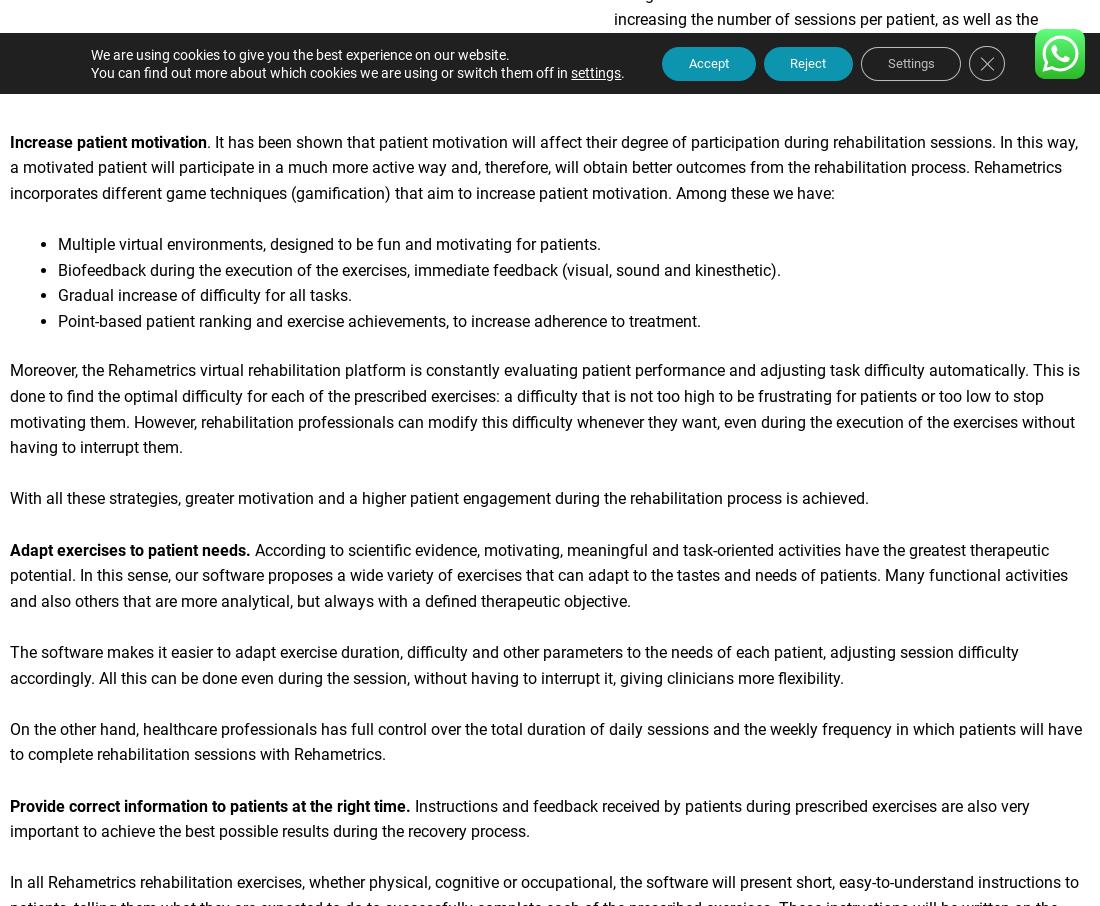 This screenshot has width=1100, height=906. What do you see at coordinates (521, 377) in the screenshot?
I see `'Moreover, the Rehametrics virtual rehabilitation platform is constantly evaluating patient performance and adjusting task difficulty automatically.'` at bounding box center [521, 377].